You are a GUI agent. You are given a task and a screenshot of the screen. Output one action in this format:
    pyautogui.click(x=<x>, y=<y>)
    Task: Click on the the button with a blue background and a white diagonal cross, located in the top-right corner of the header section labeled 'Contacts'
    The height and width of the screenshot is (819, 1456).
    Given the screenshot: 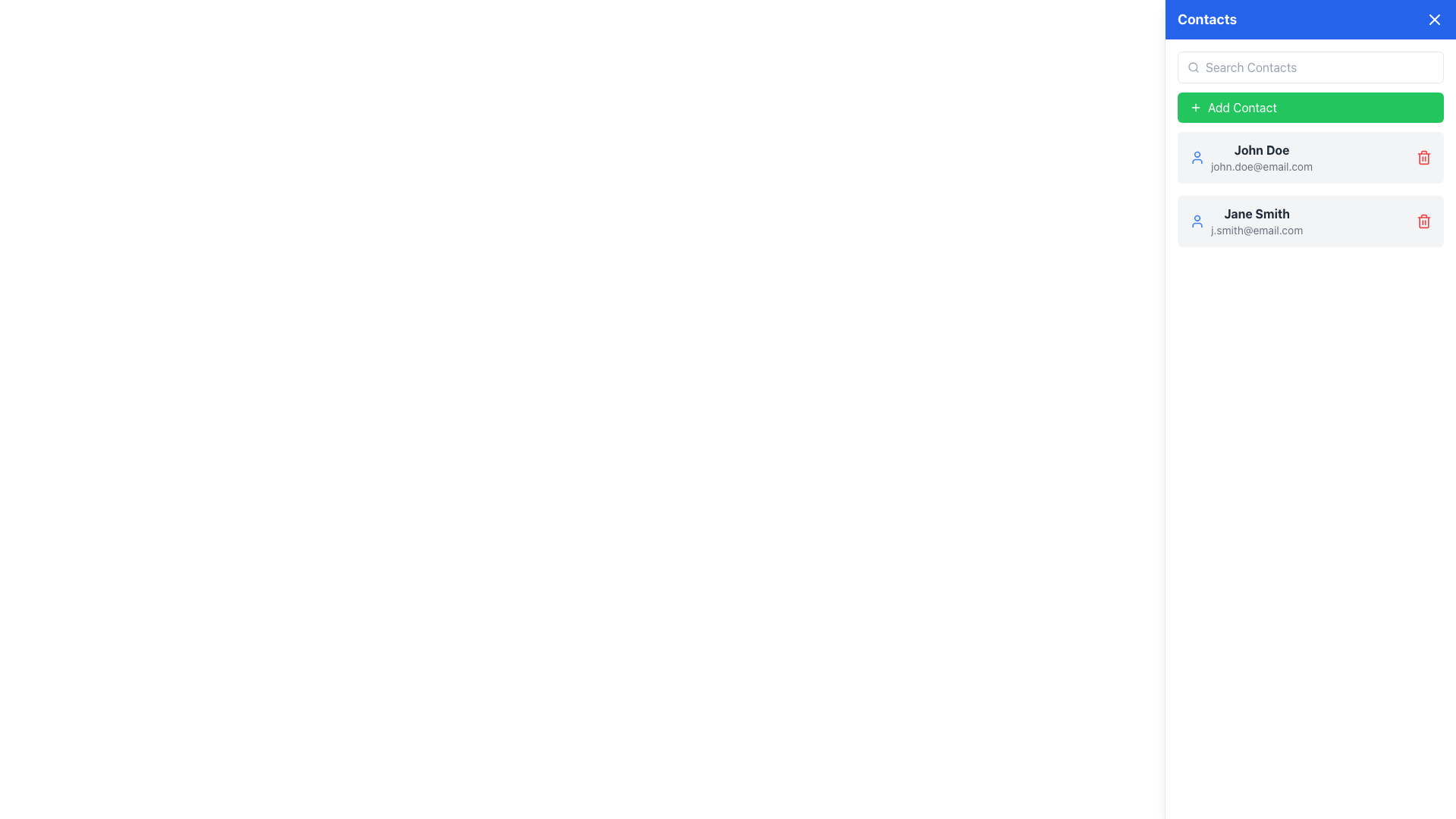 What is the action you would take?
    pyautogui.click(x=1433, y=20)
    